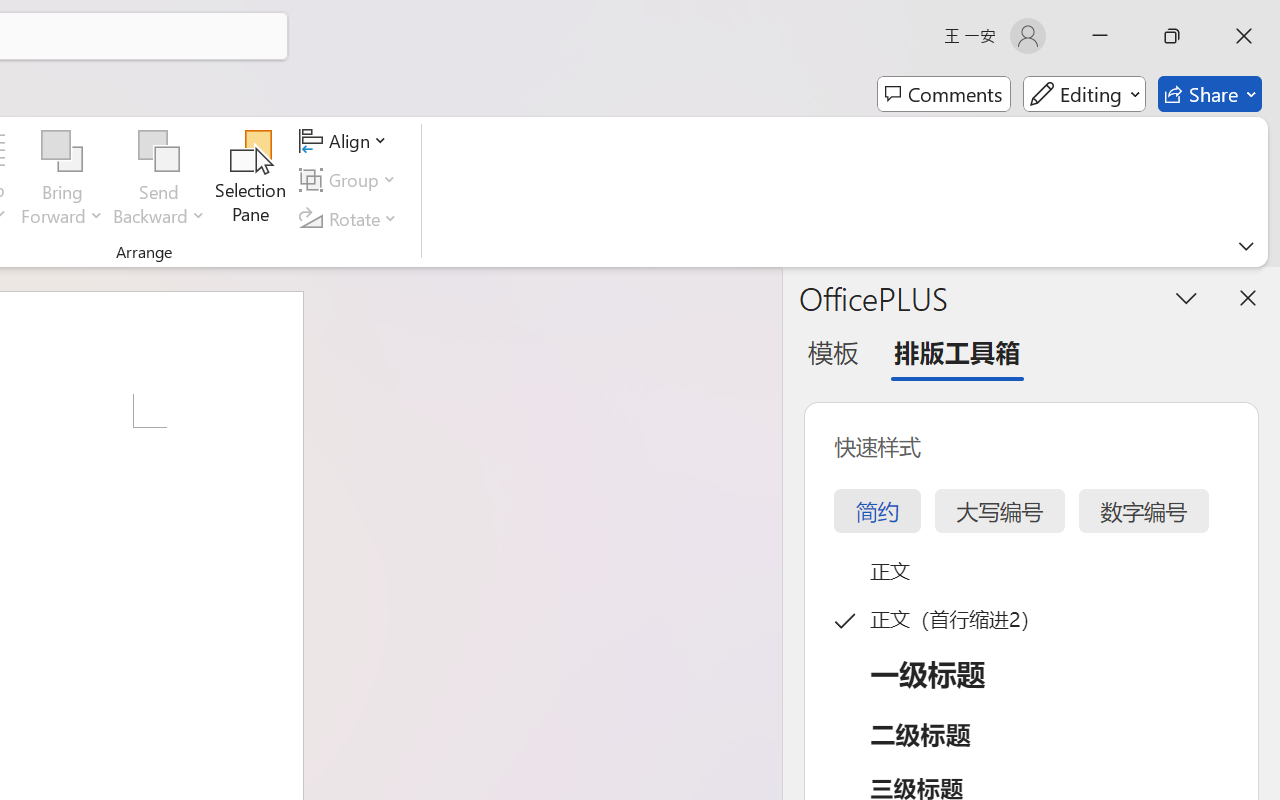 The height and width of the screenshot is (800, 1280). Describe the element at coordinates (158, 151) in the screenshot. I see `'Send Backward'` at that location.